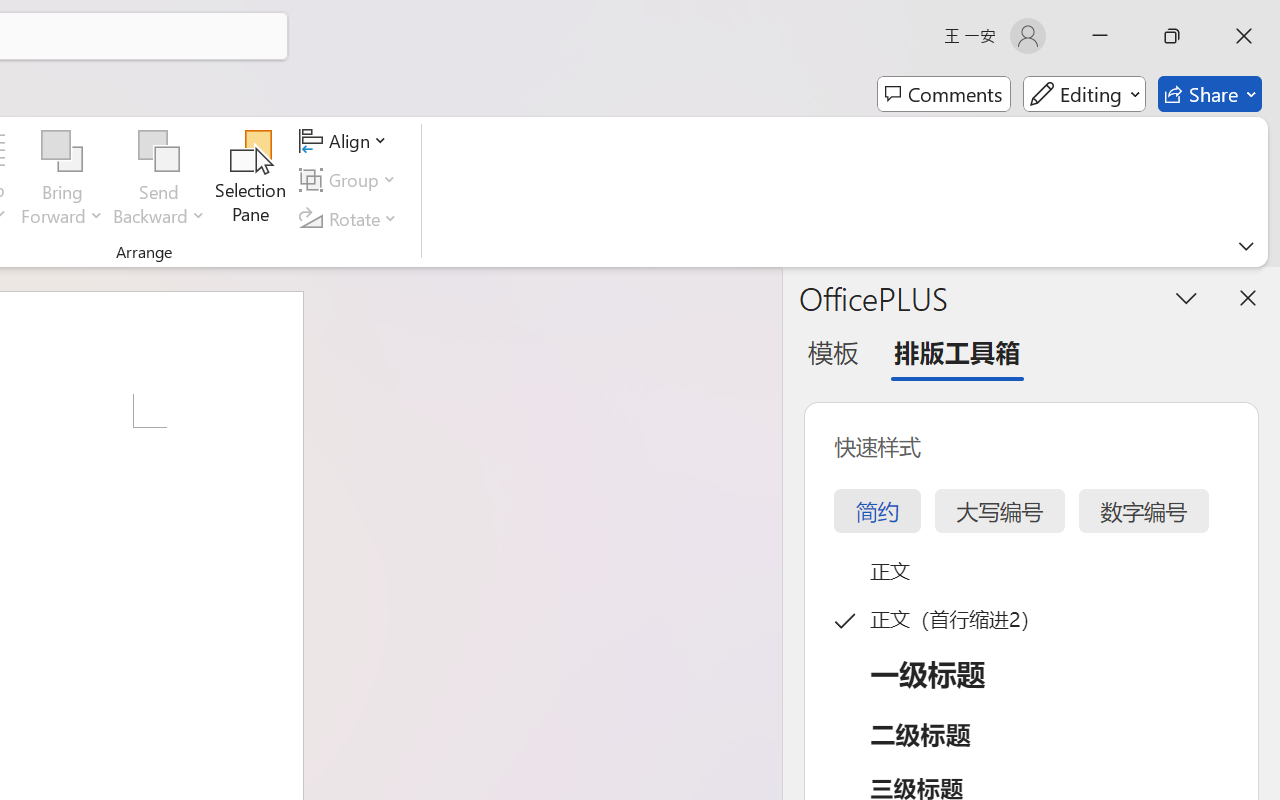 The height and width of the screenshot is (800, 1280). Describe the element at coordinates (158, 151) in the screenshot. I see `'Send Backward'` at that location.